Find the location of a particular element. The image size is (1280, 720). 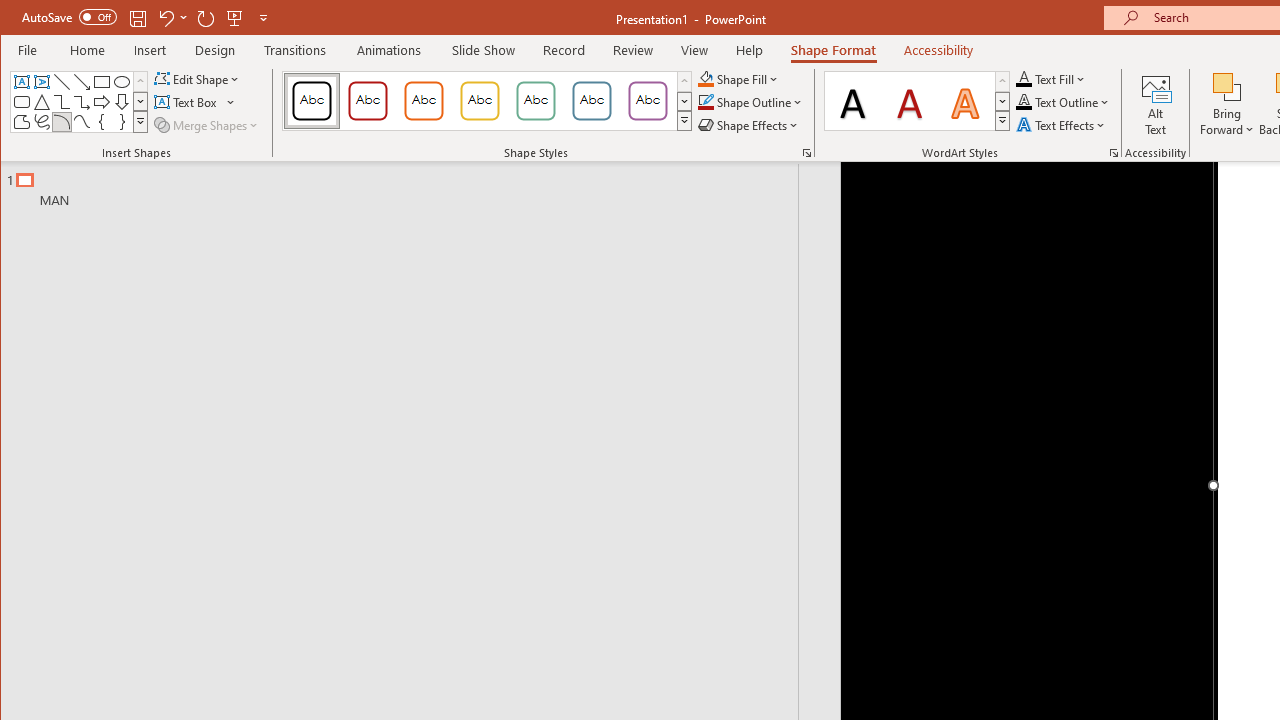

'Connector: Elbow Arrow' is located at coordinates (80, 102).